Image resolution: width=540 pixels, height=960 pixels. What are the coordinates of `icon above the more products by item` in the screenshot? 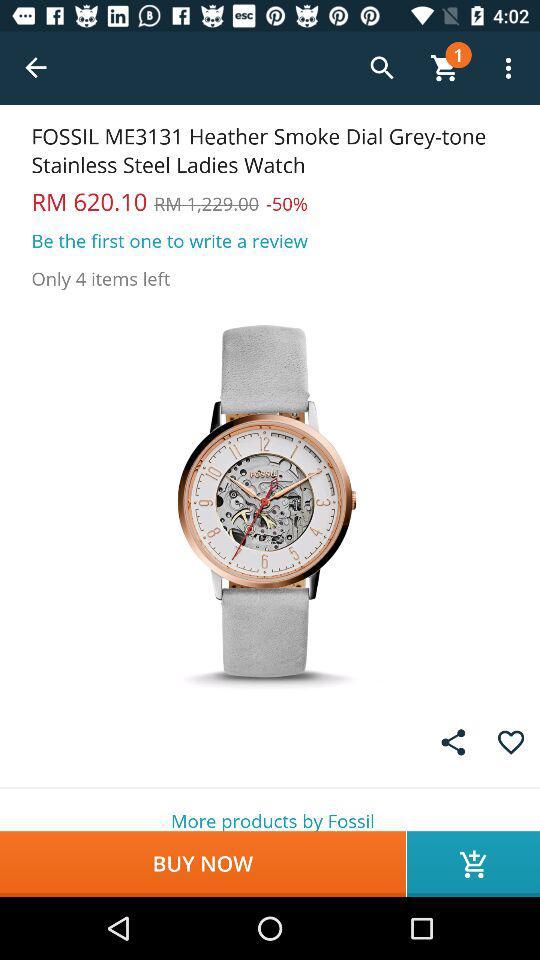 It's located at (453, 741).